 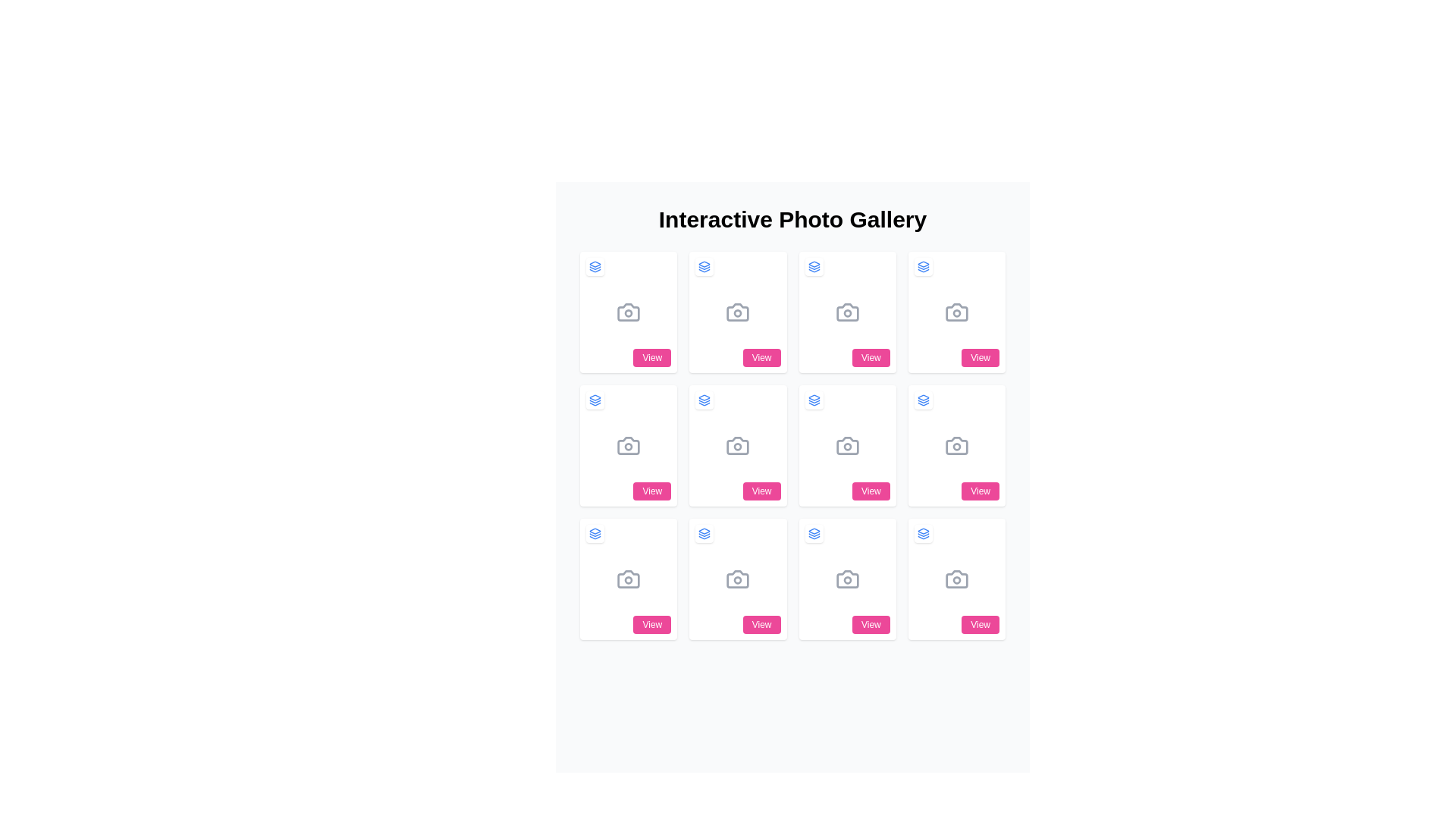 What do you see at coordinates (761, 491) in the screenshot?
I see `the call-to-action button located in the bottom-right corner of the second row's middle card to trigger the hover effect` at bounding box center [761, 491].